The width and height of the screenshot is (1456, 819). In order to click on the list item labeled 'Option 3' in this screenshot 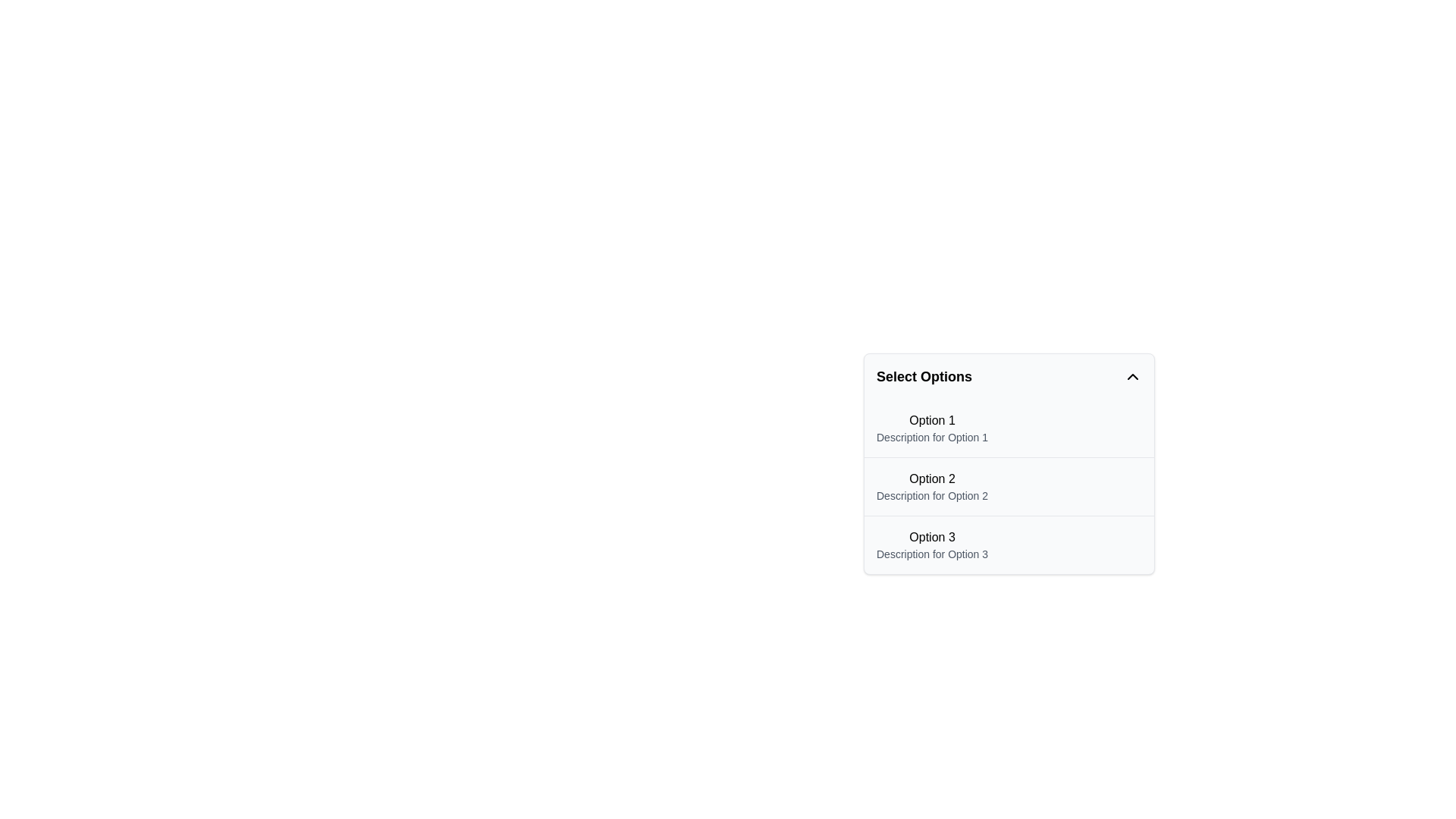, I will do `click(931, 544)`.